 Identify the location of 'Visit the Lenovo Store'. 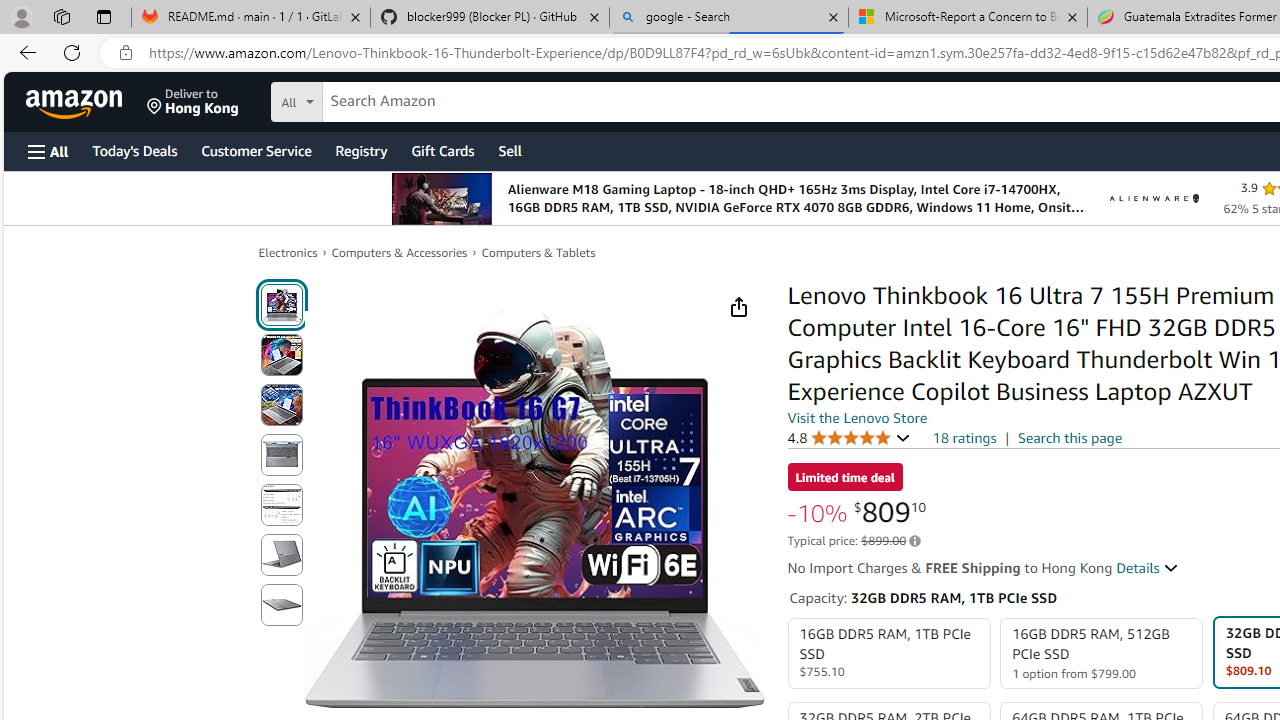
(857, 416).